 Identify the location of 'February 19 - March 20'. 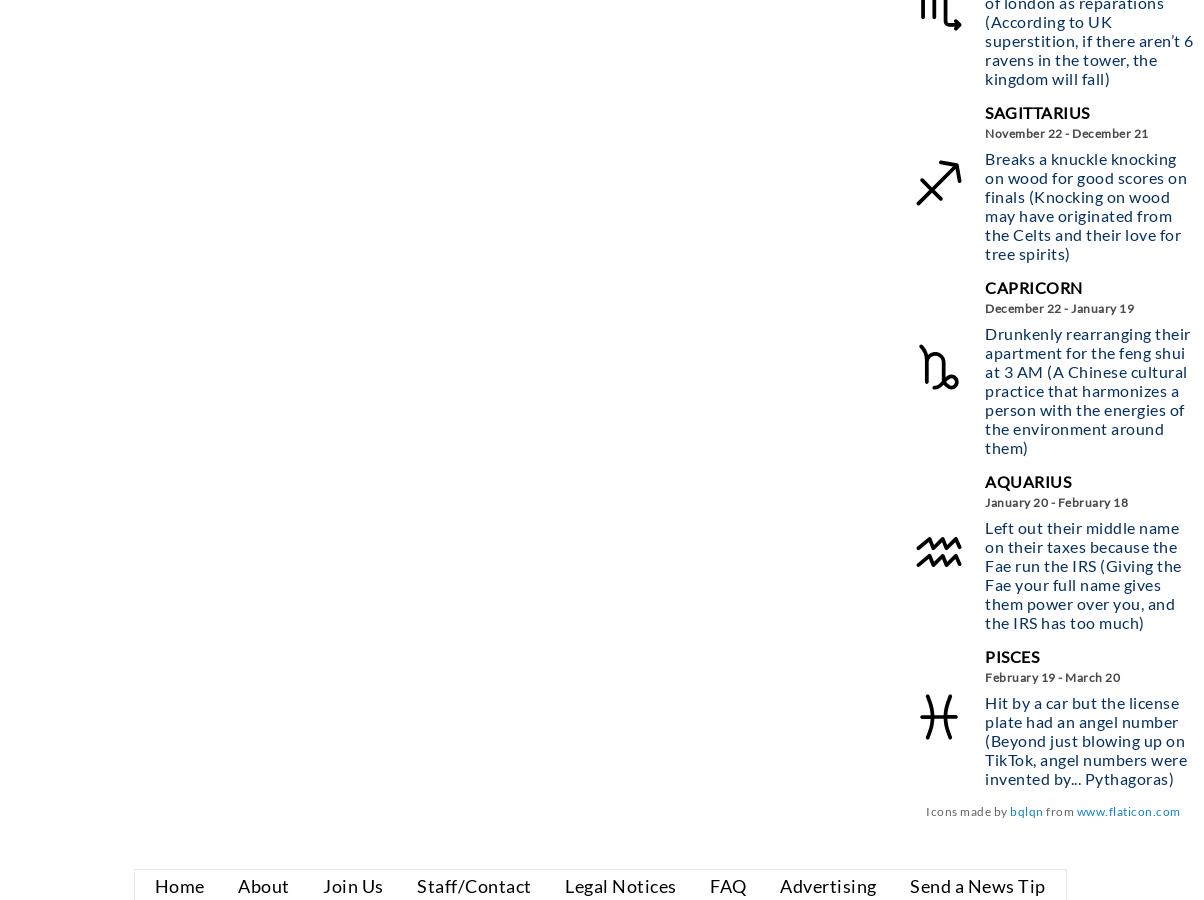
(1052, 675).